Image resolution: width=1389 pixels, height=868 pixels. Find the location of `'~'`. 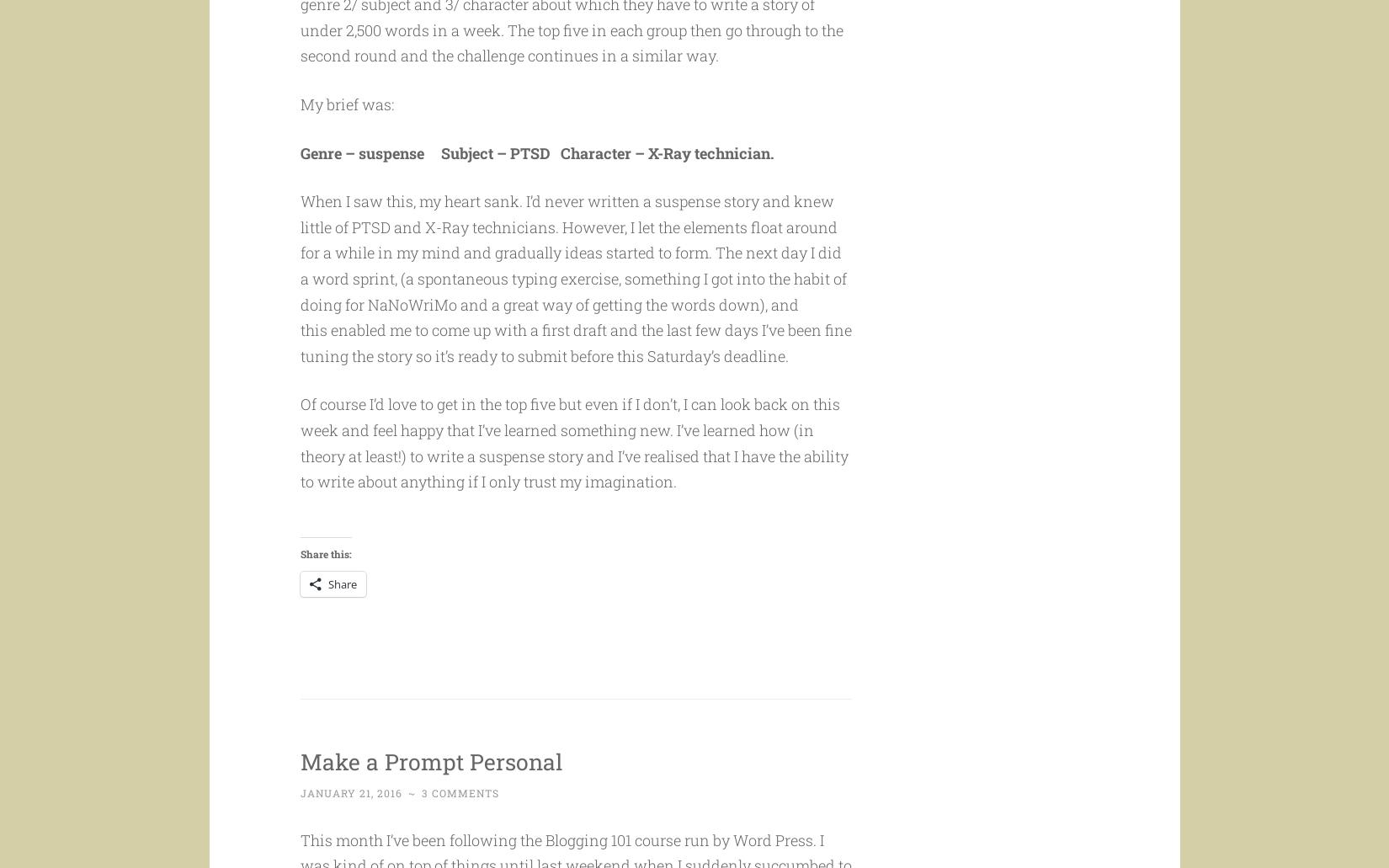

'~' is located at coordinates (412, 823).